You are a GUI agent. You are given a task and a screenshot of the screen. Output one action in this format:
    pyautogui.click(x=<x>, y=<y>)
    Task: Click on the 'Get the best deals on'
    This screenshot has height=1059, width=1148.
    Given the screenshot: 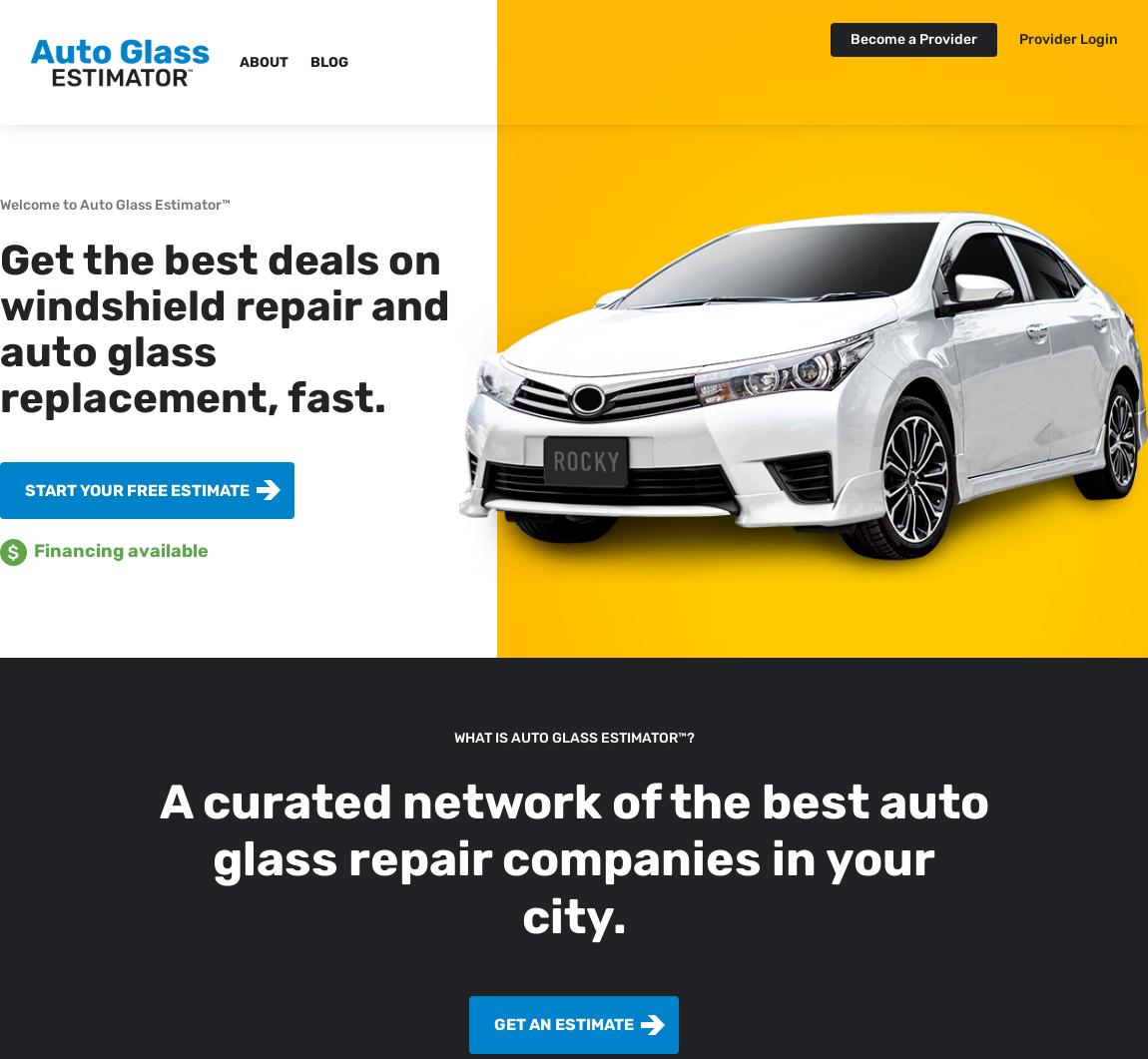 What is the action you would take?
    pyautogui.click(x=0, y=259)
    